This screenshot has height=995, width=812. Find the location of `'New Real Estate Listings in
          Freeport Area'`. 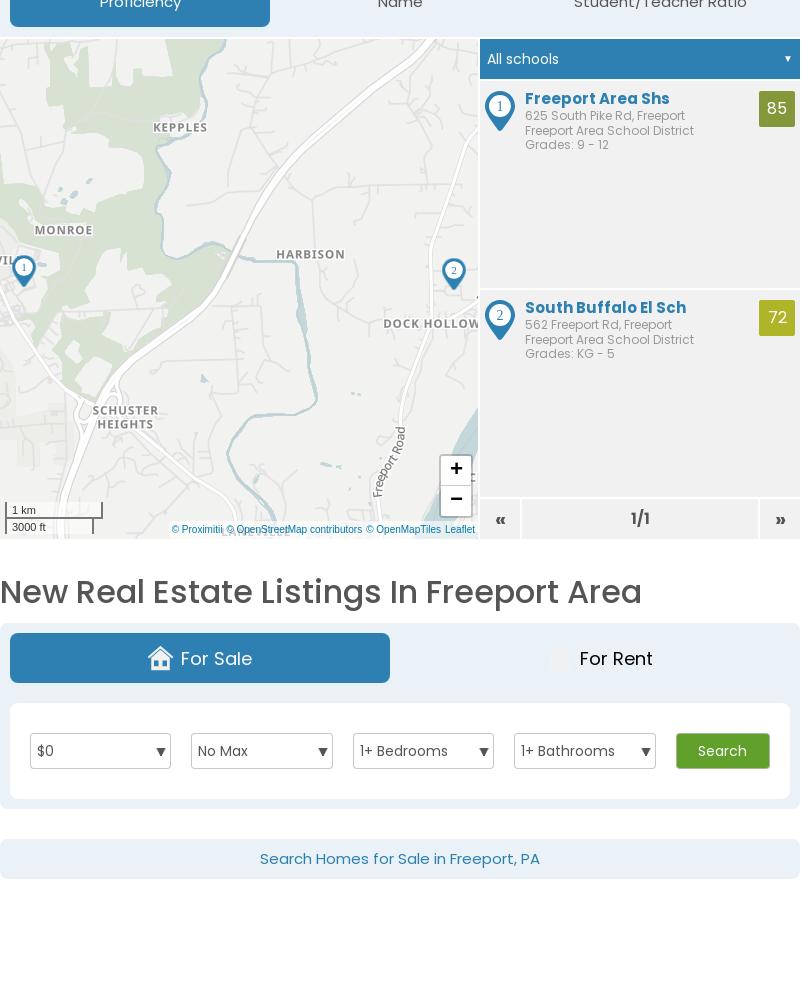

'New Real Estate Listings in
          Freeport Area' is located at coordinates (320, 589).